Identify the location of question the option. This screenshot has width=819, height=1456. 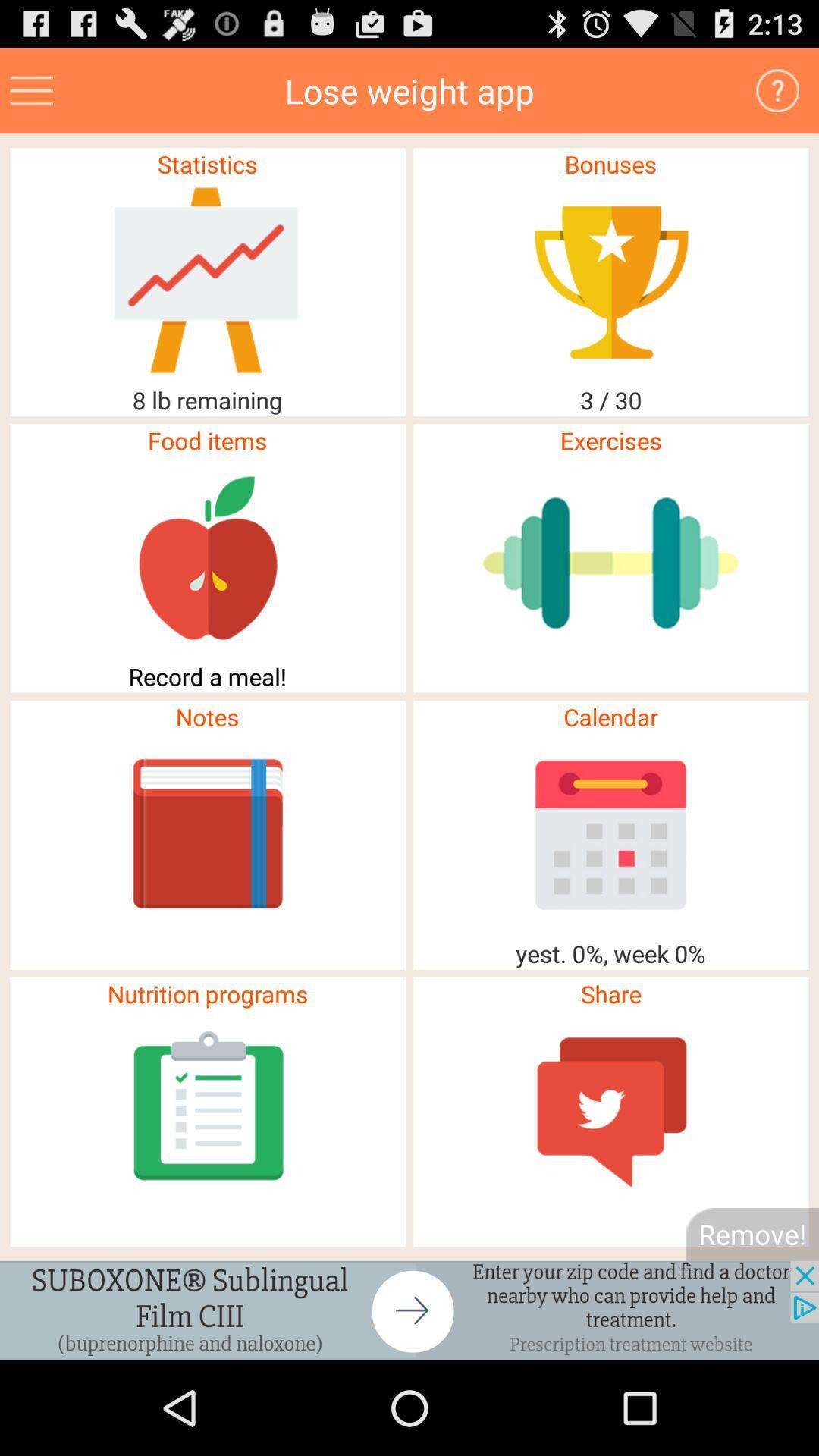
(777, 89).